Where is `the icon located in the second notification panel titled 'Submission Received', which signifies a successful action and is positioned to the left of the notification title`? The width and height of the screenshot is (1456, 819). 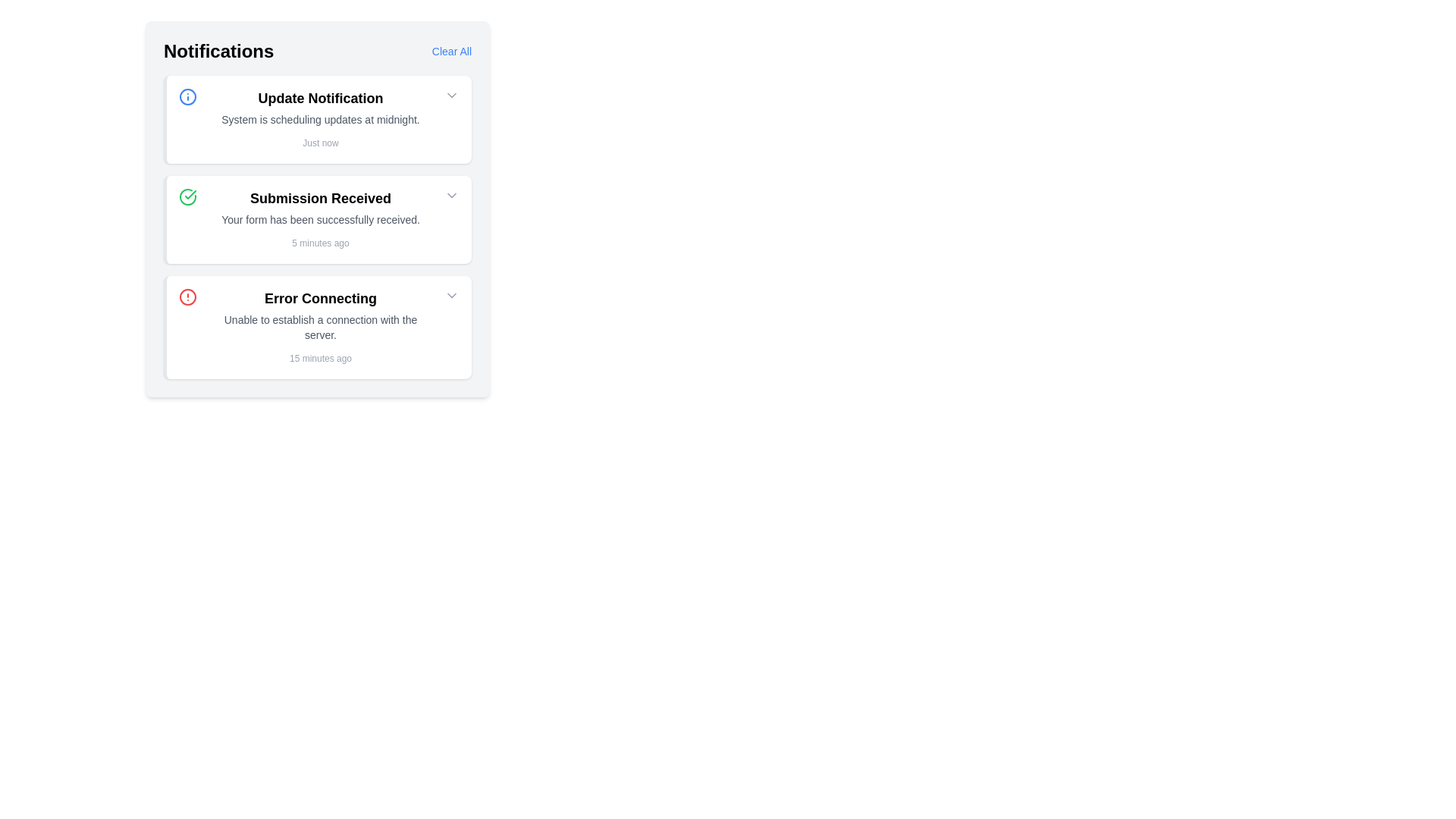 the icon located in the second notification panel titled 'Submission Received', which signifies a successful action and is positioned to the left of the notification title is located at coordinates (187, 196).